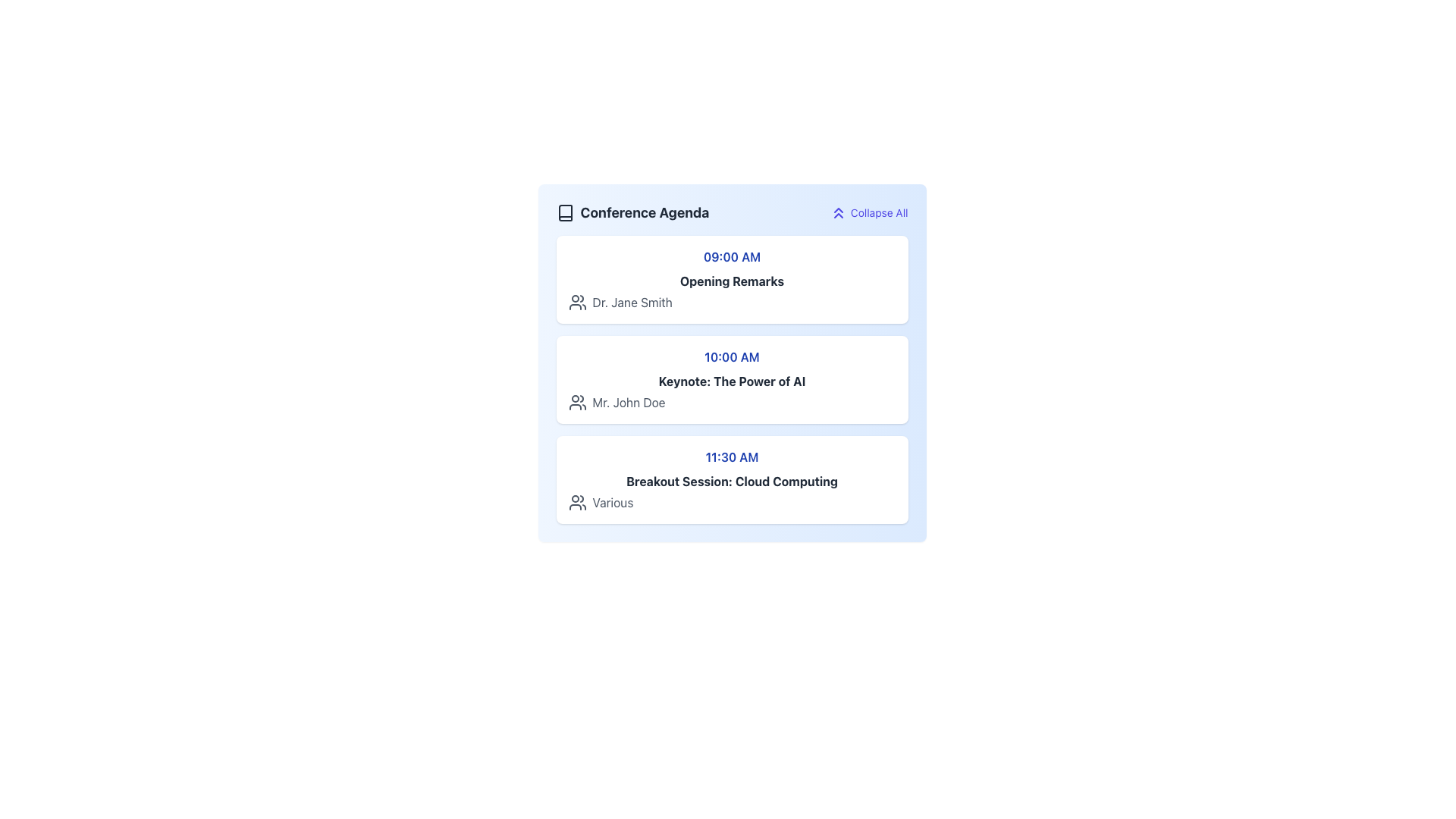  What do you see at coordinates (576, 503) in the screenshot?
I see `the group icon representing individuals, located in the bottom section of the 'Conference Agenda' panel, aligned to the left of the text 'Various' in the 'Breakout Session: Cloud Computing' entry` at bounding box center [576, 503].